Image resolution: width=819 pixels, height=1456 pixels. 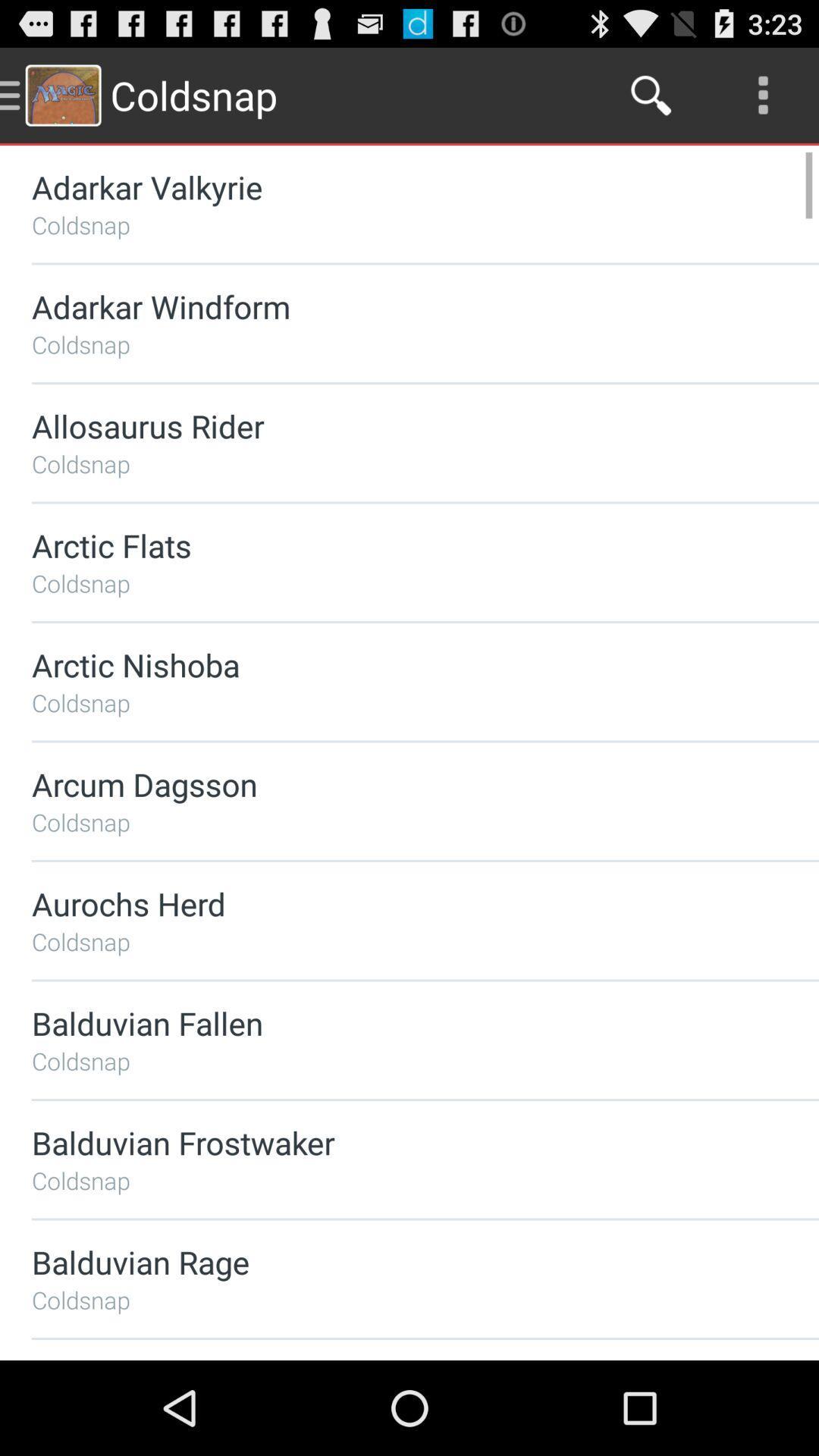 What do you see at coordinates (384, 545) in the screenshot?
I see `the arctic flats` at bounding box center [384, 545].